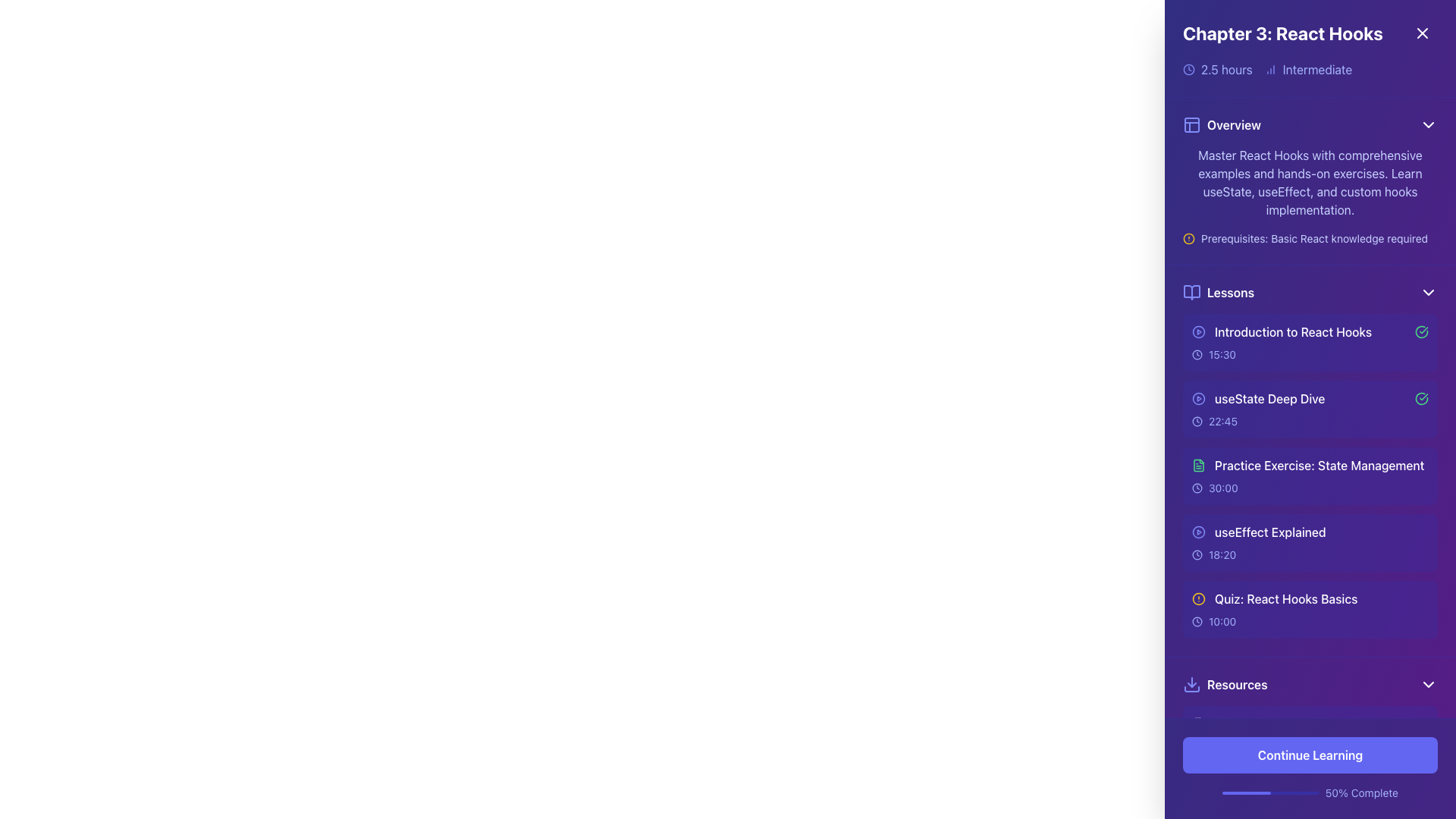  What do you see at coordinates (1222, 354) in the screenshot?
I see `the informational Text label that indicates the duration related to the lesson topic, located to the right of the clock icon and below the 'Introduction to React Hooks' heading` at bounding box center [1222, 354].